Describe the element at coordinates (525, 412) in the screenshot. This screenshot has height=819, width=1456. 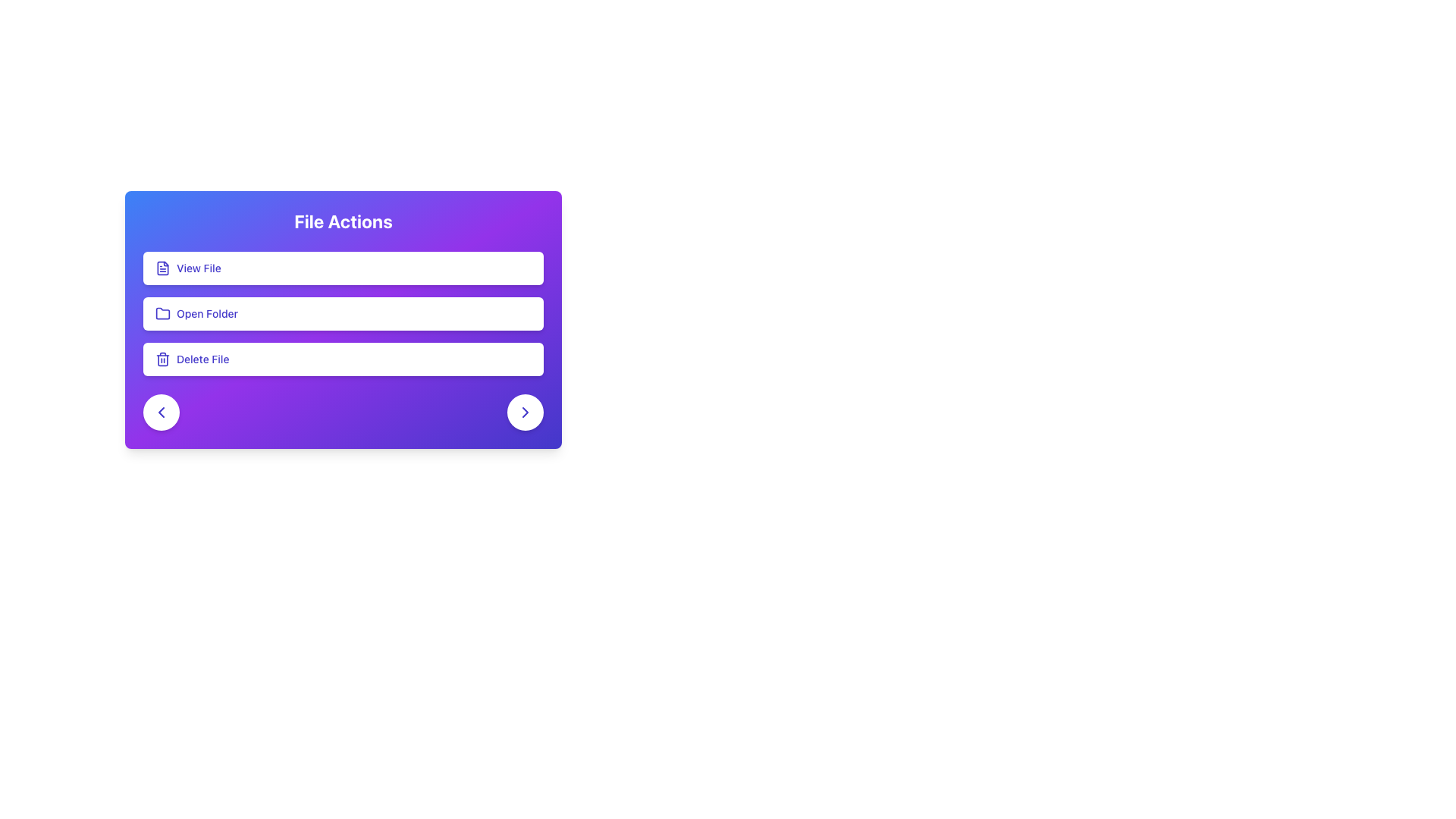
I see `the rightmost interactive button in the lower-right corner of the purple rectangular card, which serves as a navigation control indicated by a right-pointing arrow` at that location.